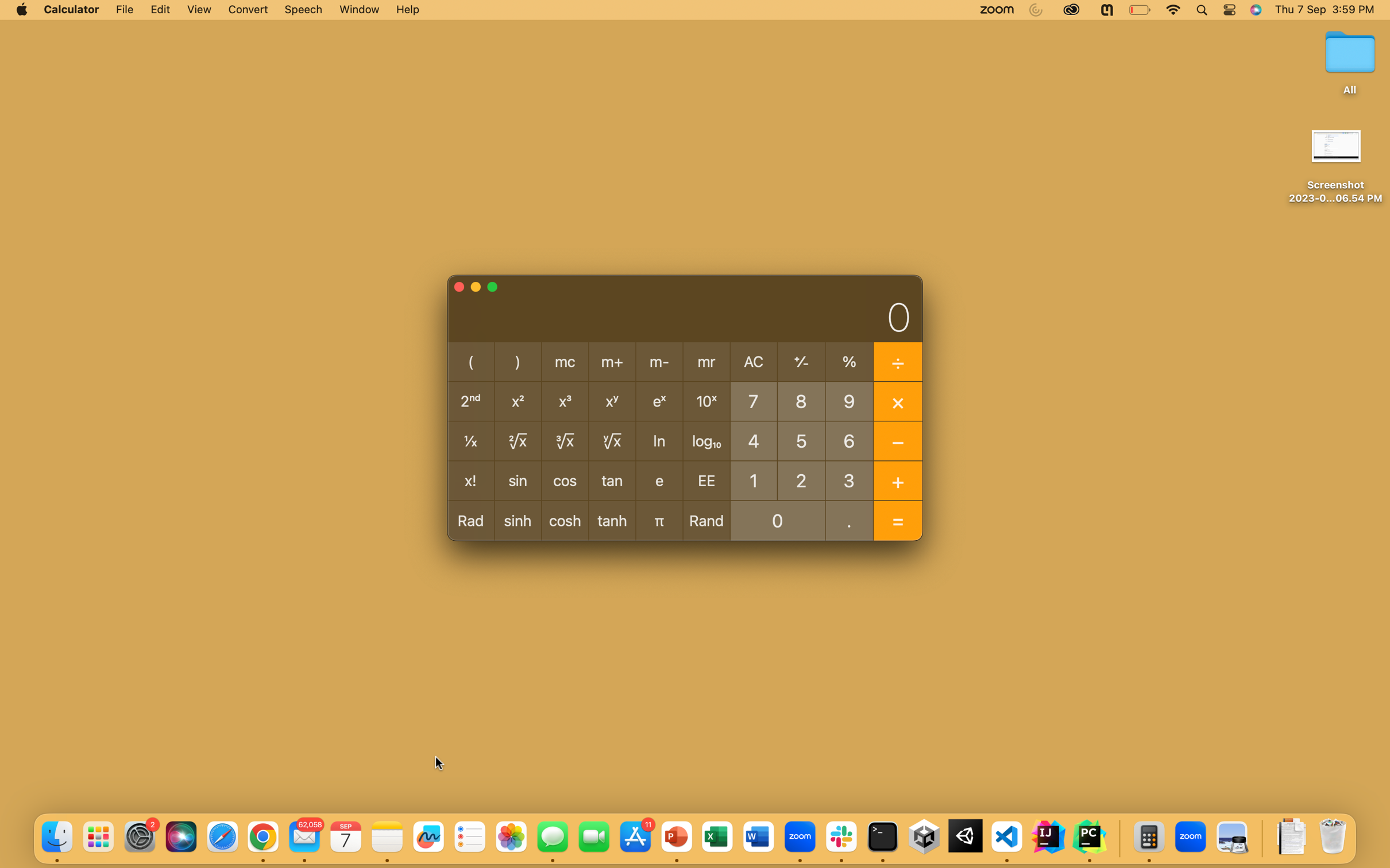 Image resolution: width=1390 pixels, height=868 pixels. I want to click on Determine the cosine for an angle of 60 degrees, so click(848, 440).